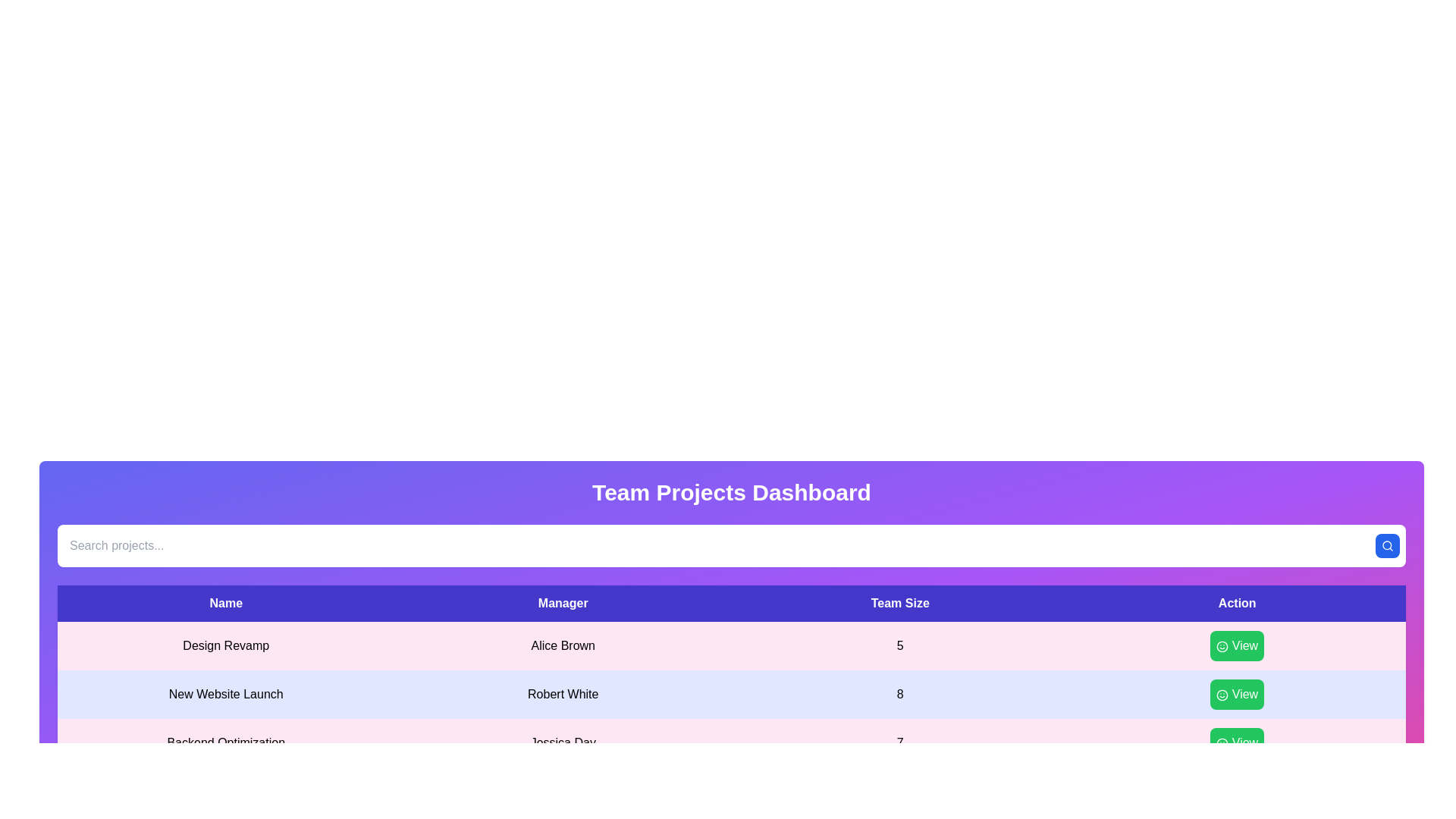 This screenshot has width=1456, height=819. I want to click on the smiley face icon located within the green 'View' button, which is positioned in the rightmost action column of a row in a tabular layout, so click(1222, 695).